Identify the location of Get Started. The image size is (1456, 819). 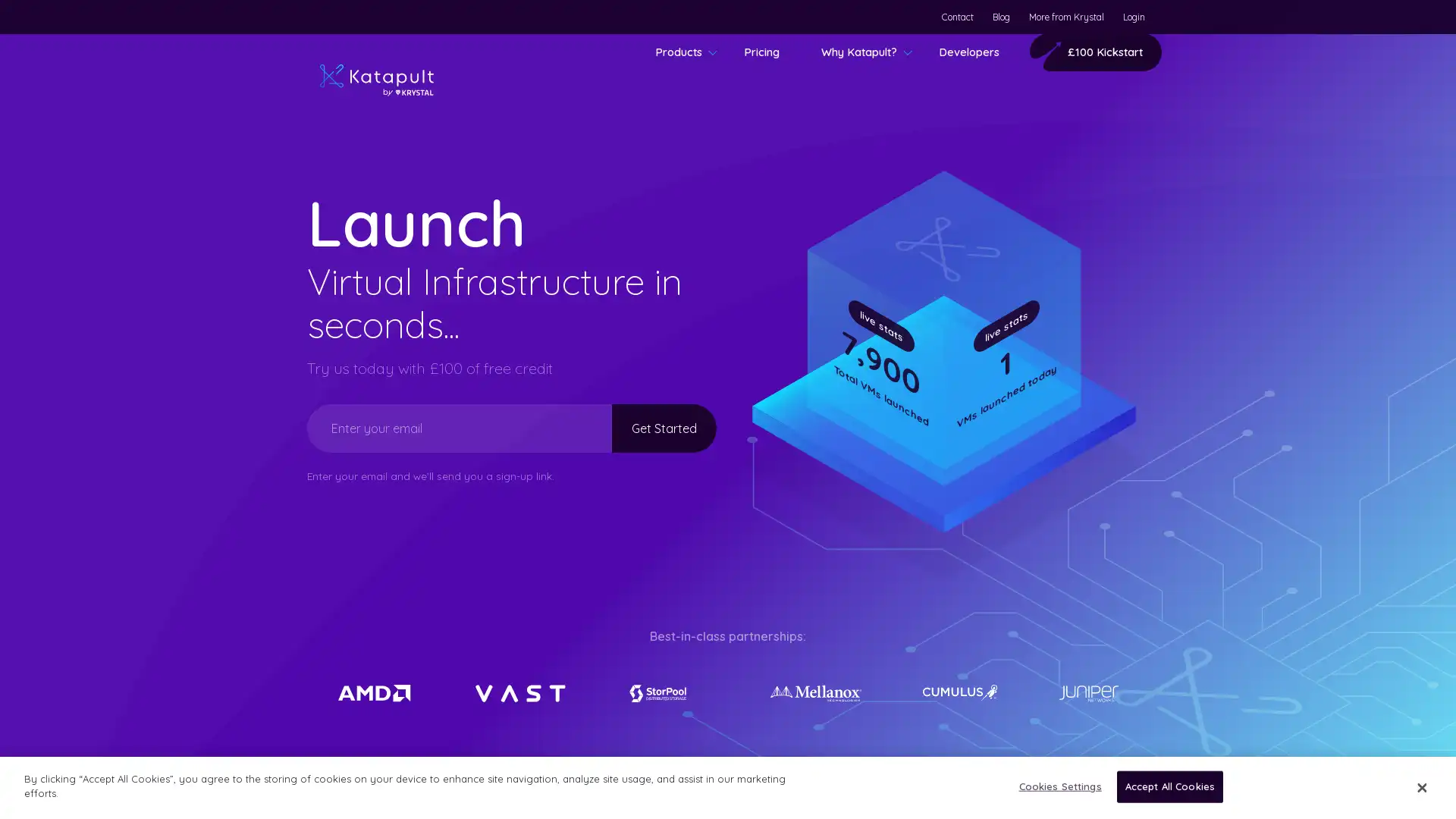
(647, 427).